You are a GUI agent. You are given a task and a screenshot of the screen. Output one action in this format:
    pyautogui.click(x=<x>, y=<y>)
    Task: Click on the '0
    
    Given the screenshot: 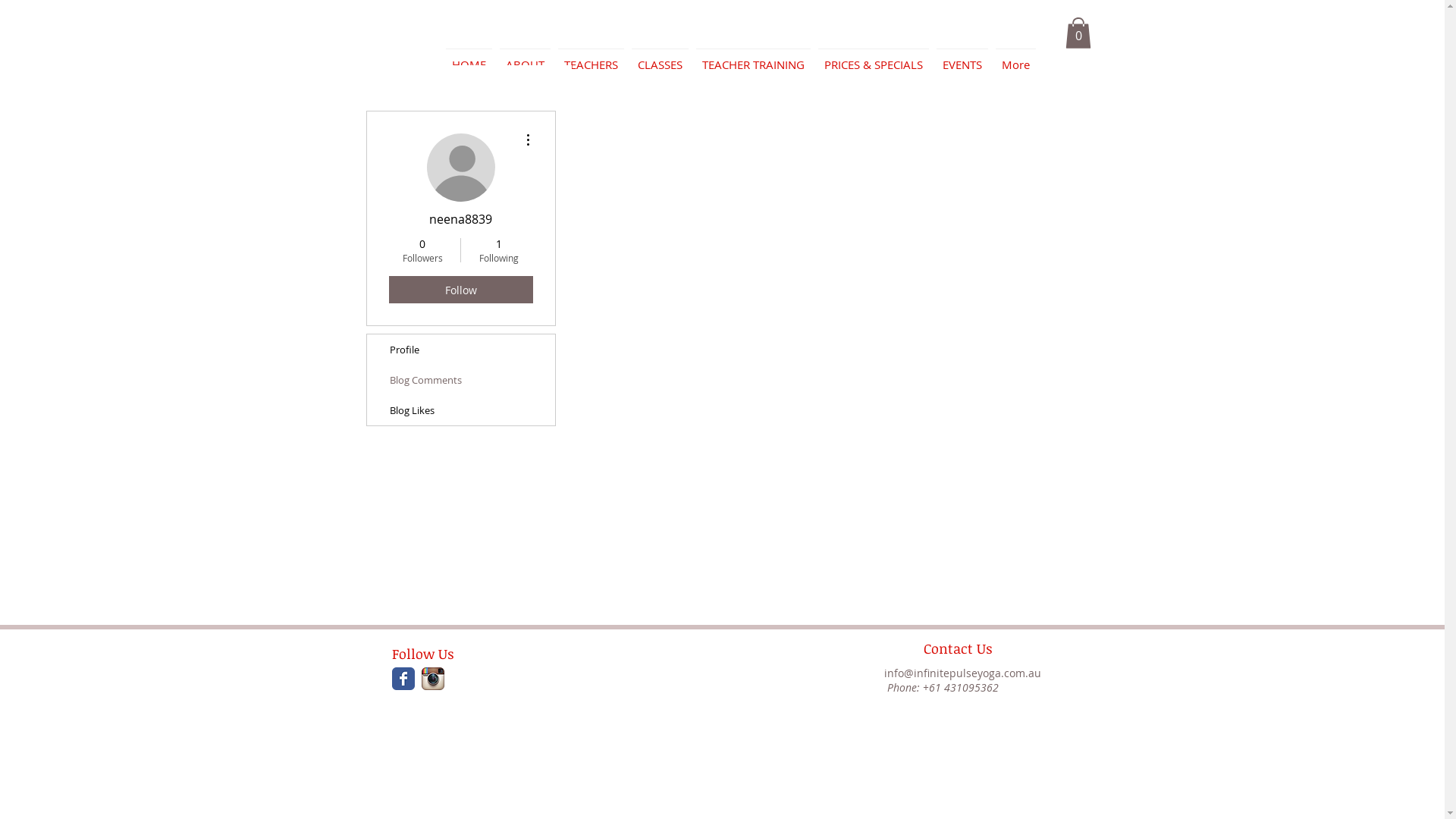 What is the action you would take?
    pyautogui.click(x=391, y=249)
    